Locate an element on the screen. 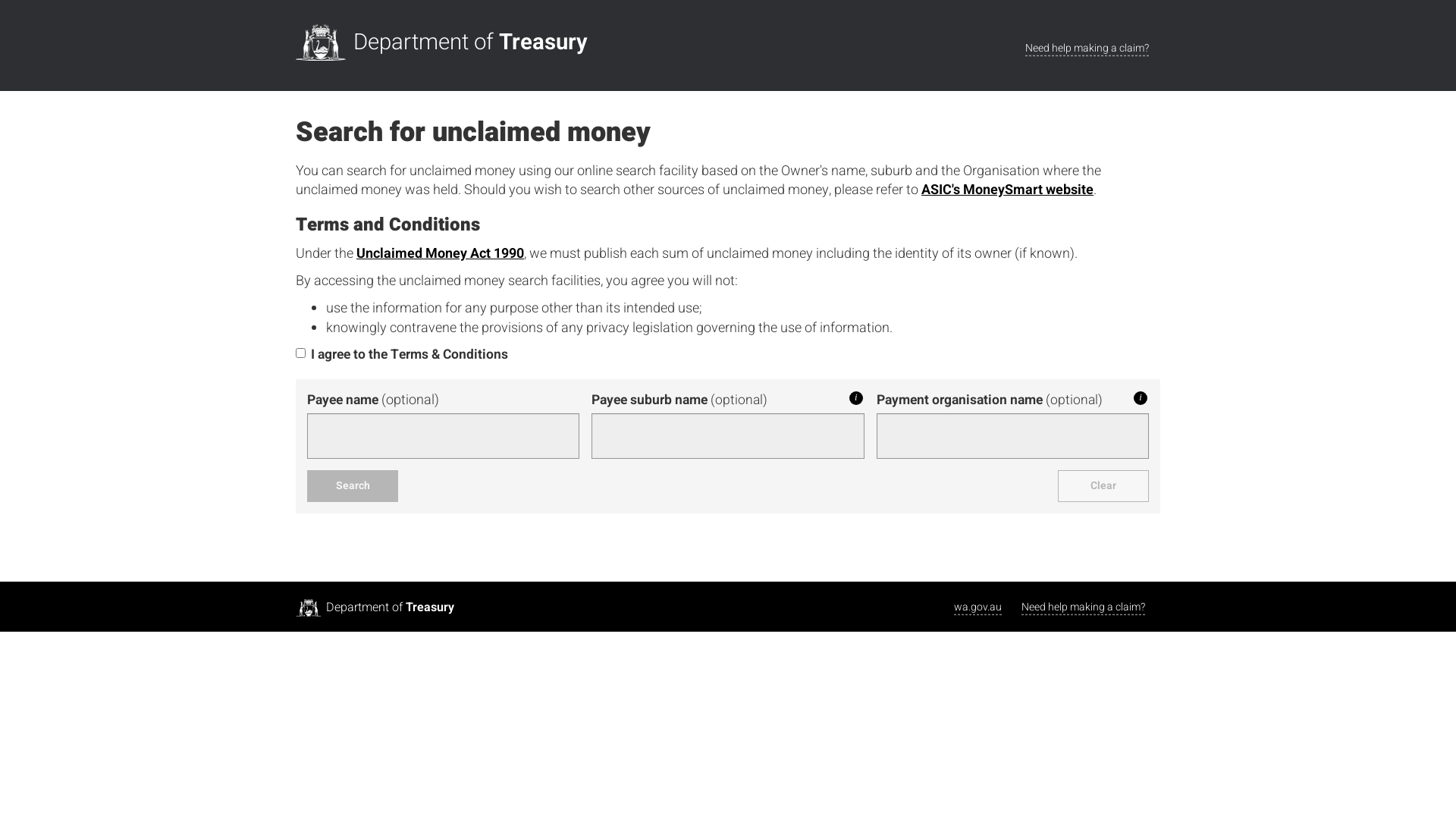  'on' is located at coordinates (295, 353).